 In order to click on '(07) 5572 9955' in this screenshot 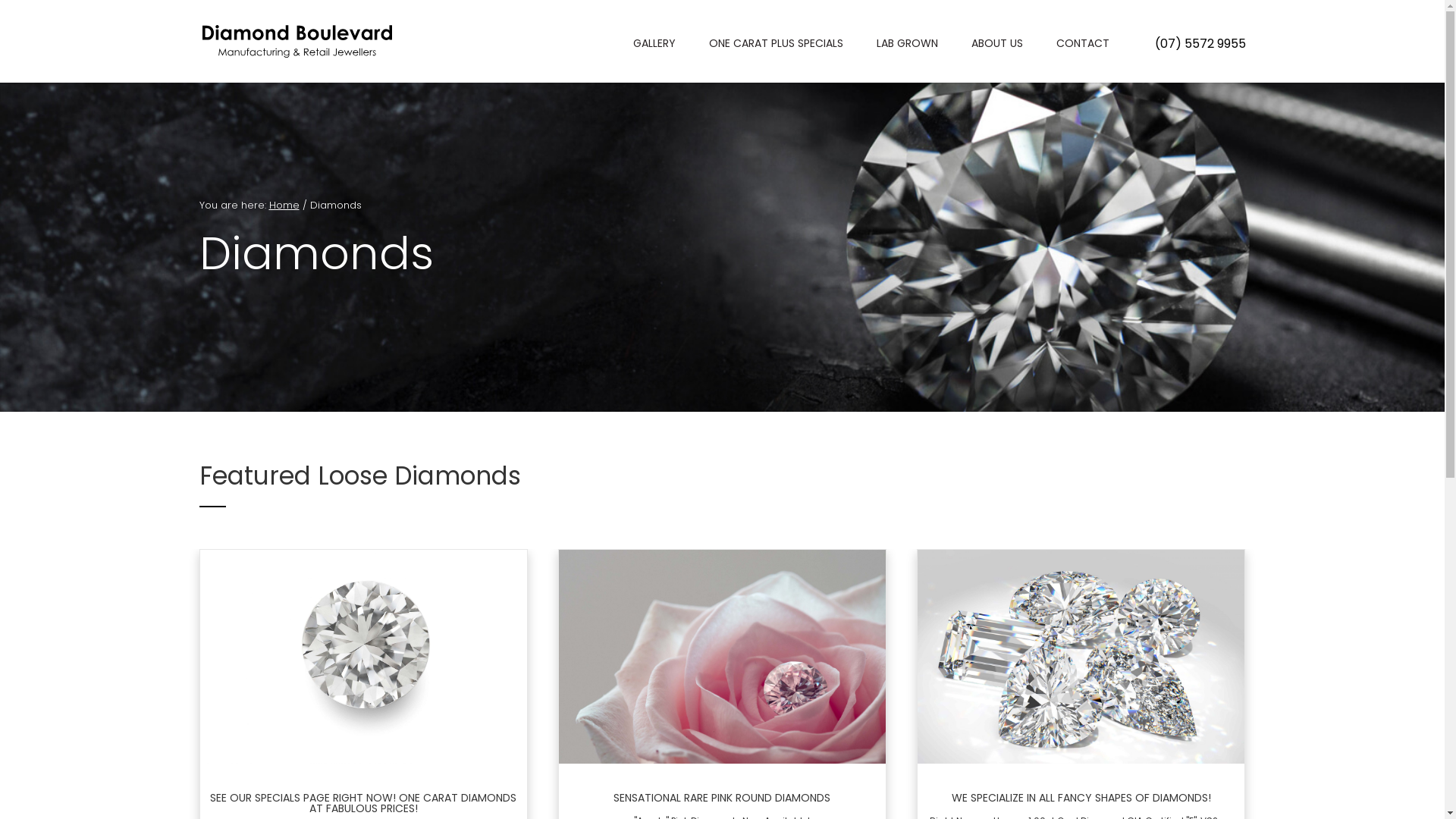, I will do `click(1199, 42)`.